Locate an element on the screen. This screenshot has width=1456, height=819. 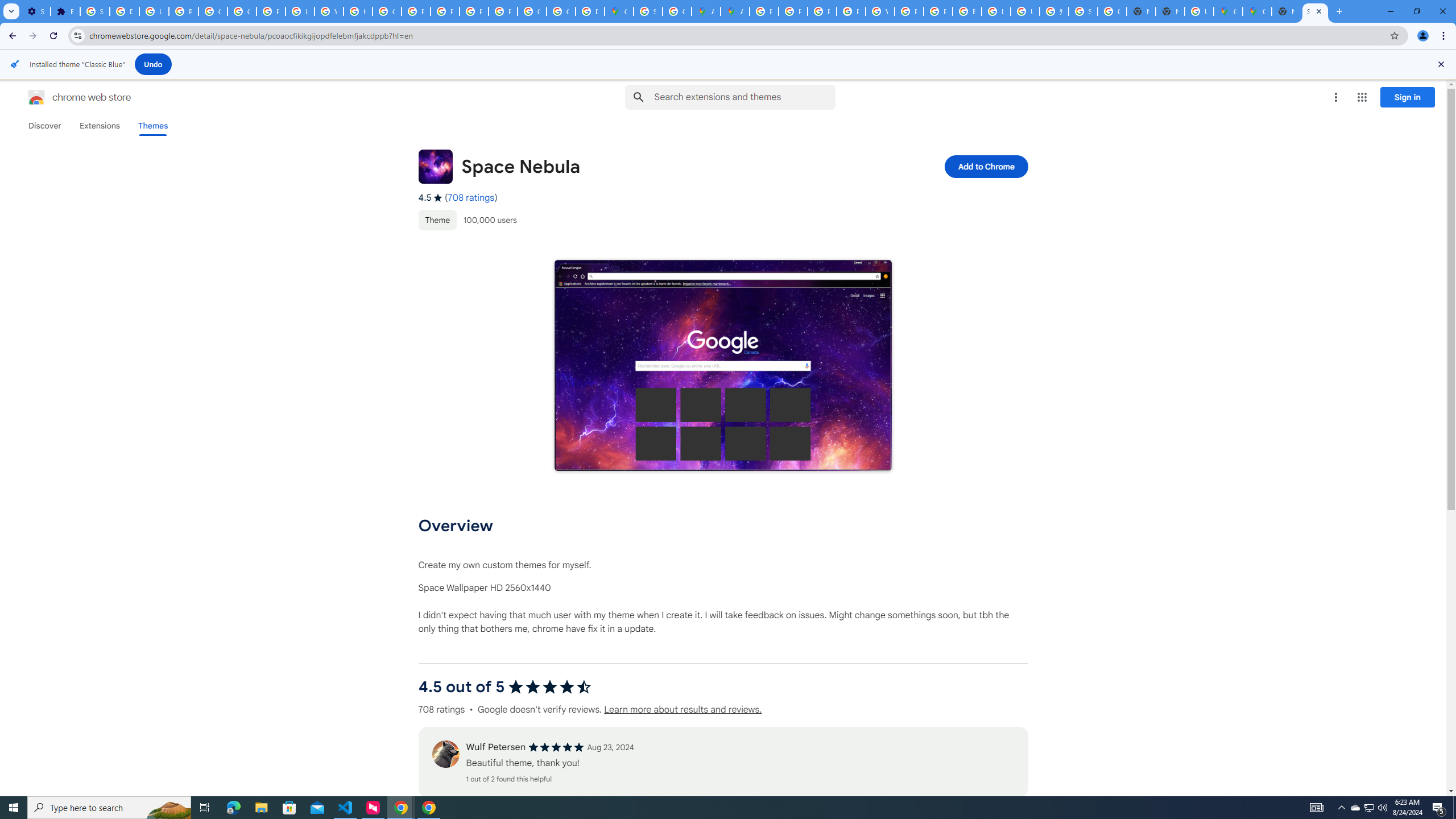
'System' is located at coordinates (6, 5).